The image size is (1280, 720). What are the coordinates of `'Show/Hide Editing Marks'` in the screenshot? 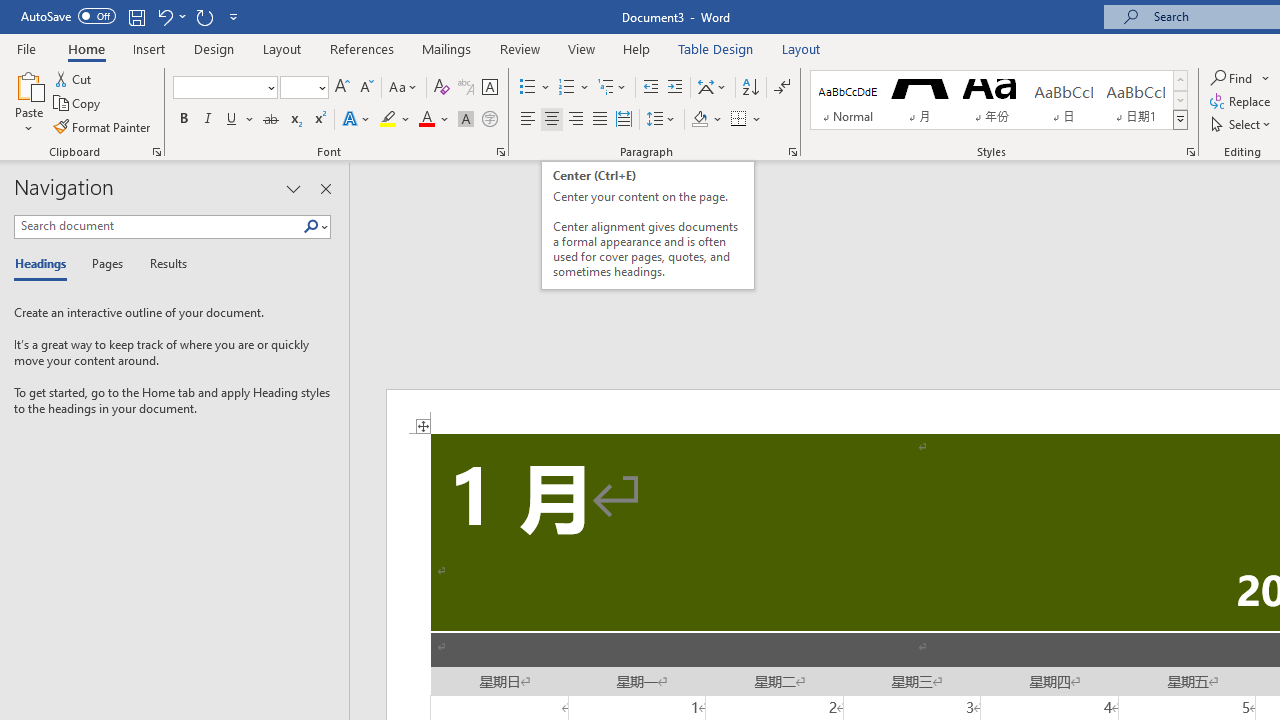 It's located at (781, 86).